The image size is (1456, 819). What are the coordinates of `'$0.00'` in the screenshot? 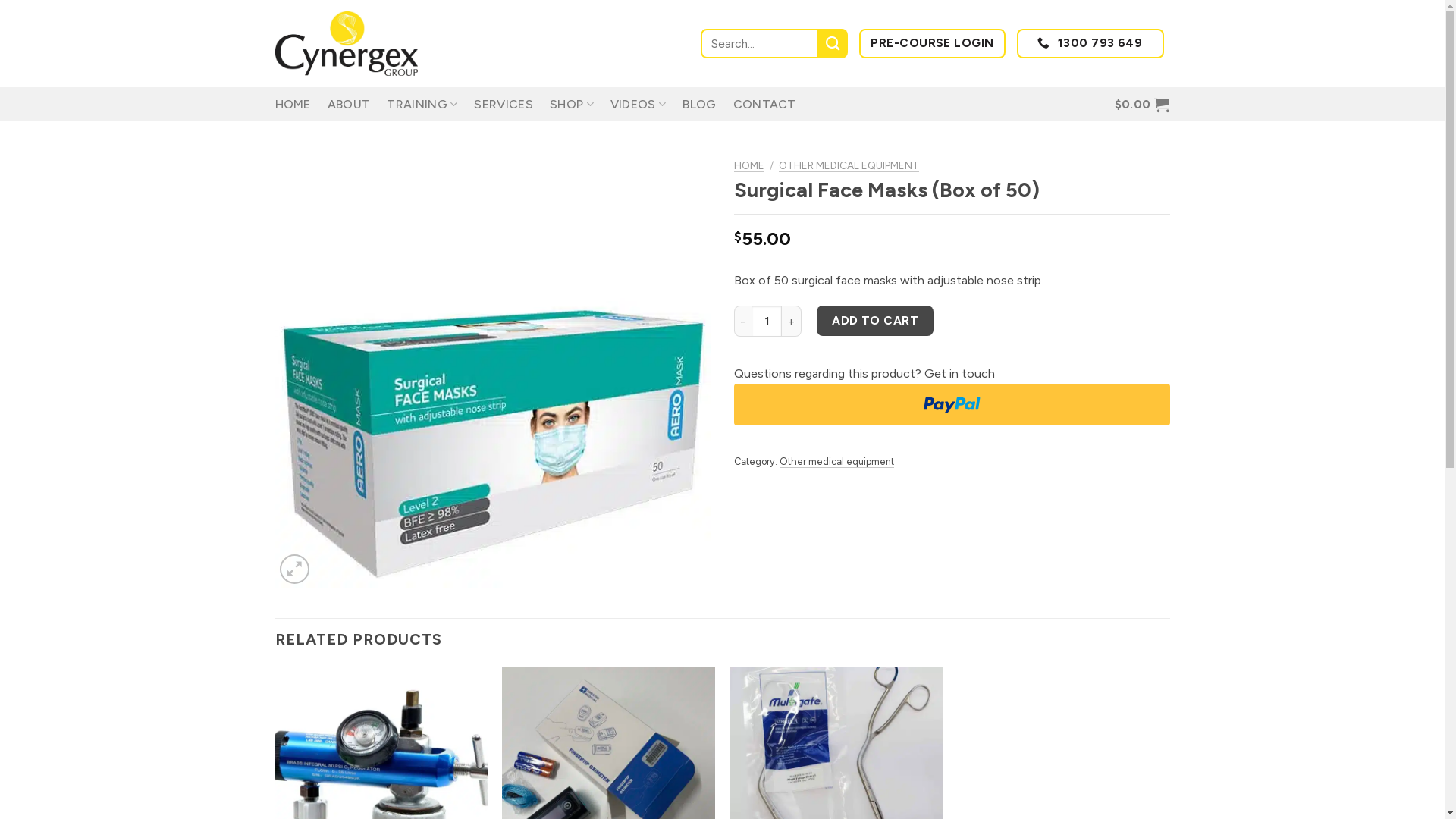 It's located at (1142, 104).